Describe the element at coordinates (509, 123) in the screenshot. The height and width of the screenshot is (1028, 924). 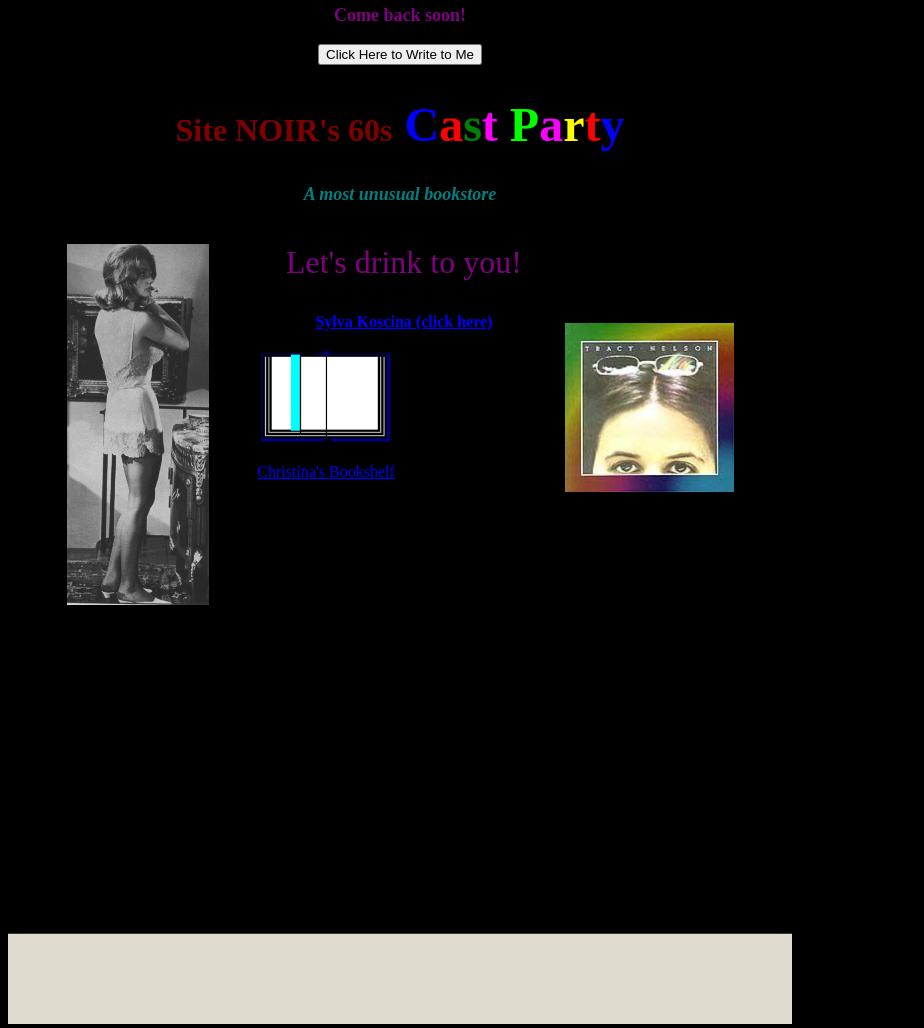
I see `'P'` at that location.